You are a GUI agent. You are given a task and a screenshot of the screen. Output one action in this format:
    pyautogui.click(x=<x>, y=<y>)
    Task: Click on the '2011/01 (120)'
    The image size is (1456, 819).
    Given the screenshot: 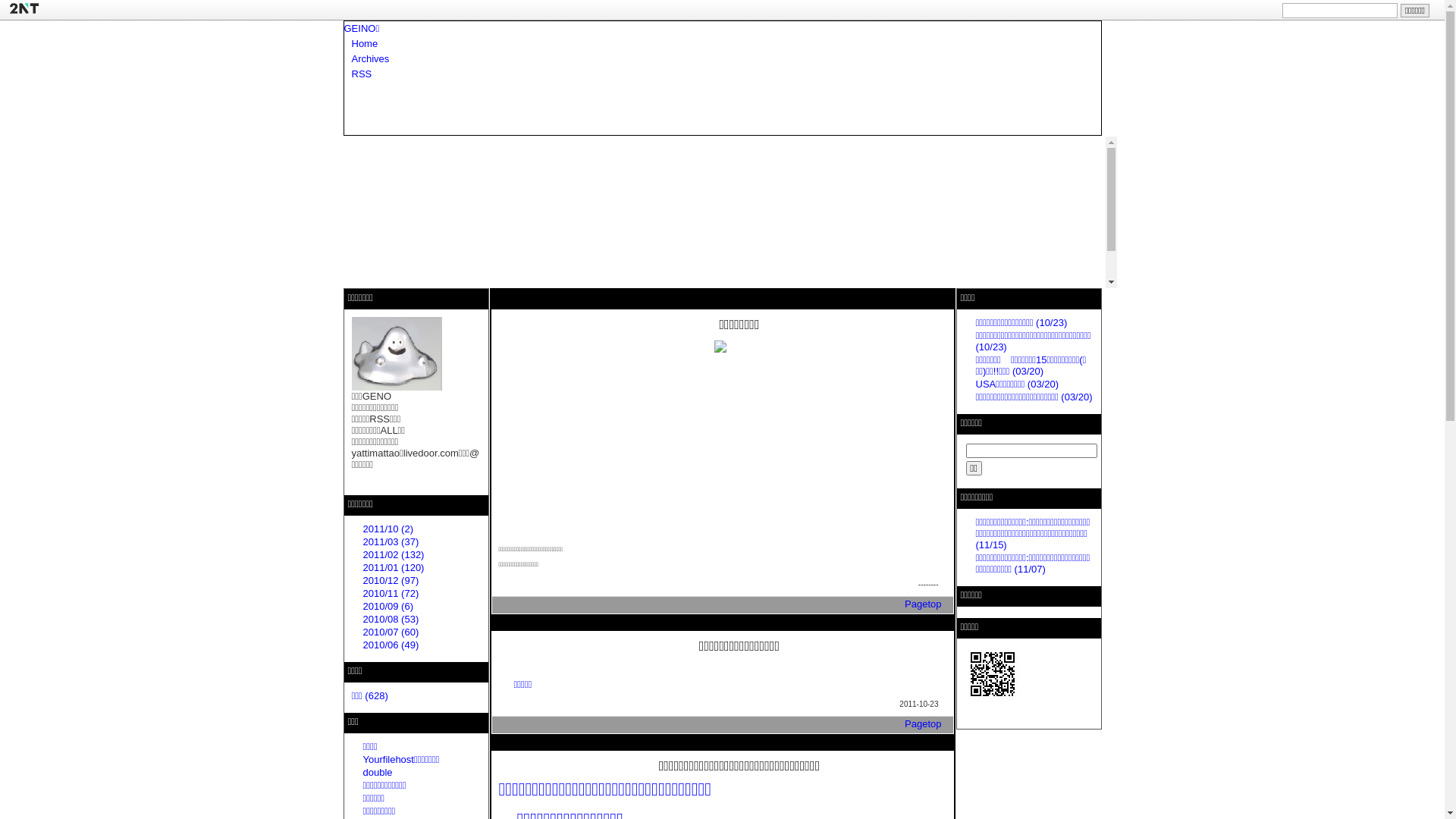 What is the action you would take?
    pyautogui.click(x=393, y=567)
    